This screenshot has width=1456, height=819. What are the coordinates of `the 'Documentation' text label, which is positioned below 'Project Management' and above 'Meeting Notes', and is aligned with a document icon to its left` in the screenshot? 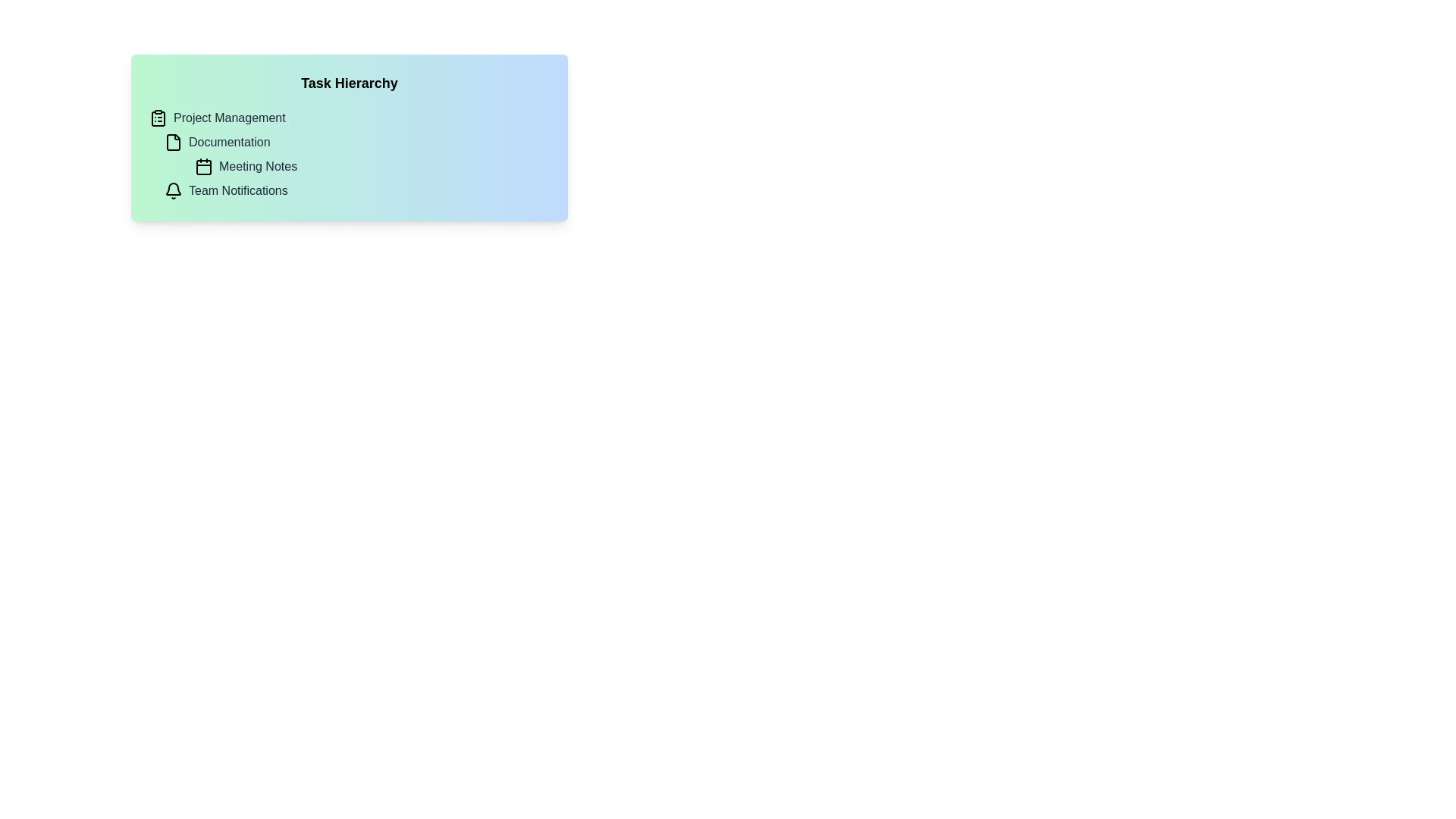 It's located at (228, 143).